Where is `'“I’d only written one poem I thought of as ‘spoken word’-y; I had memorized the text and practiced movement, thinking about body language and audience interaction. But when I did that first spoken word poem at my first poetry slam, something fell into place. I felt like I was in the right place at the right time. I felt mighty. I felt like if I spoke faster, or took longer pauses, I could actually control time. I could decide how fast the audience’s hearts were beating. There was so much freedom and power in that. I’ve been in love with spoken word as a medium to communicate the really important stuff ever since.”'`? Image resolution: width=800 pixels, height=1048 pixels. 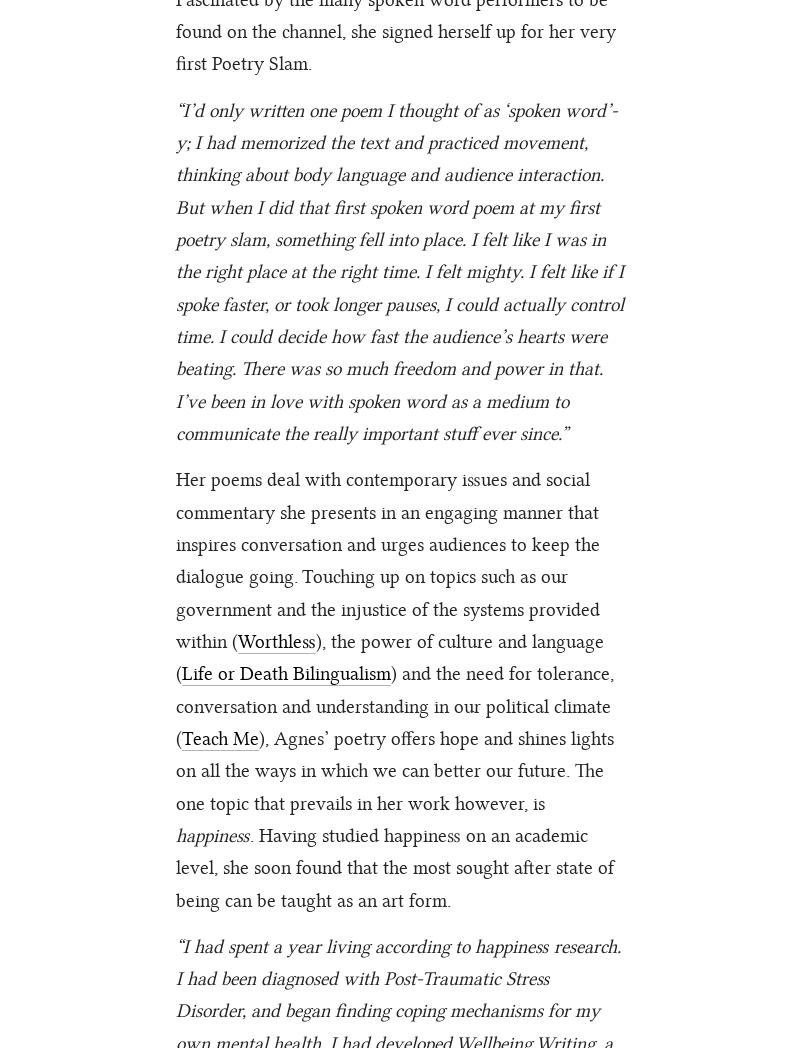
'“I’d only written one poem I thought of as ‘spoken word’-y; I had memorized the text and practiced movement, thinking about body language and audience interaction. But when I did that first spoken word poem at my first poetry slam, something fell into place. I felt like I was in the right place at the right time. I felt mighty. I felt like if I spoke faster, or took longer pauses, I could actually control time. I could decide how fast the audience’s hearts were beating. There was so much freedom and power in that. I’ve been in love with spoken word as a medium to communicate the really important stuff ever since.”' is located at coordinates (400, 270).